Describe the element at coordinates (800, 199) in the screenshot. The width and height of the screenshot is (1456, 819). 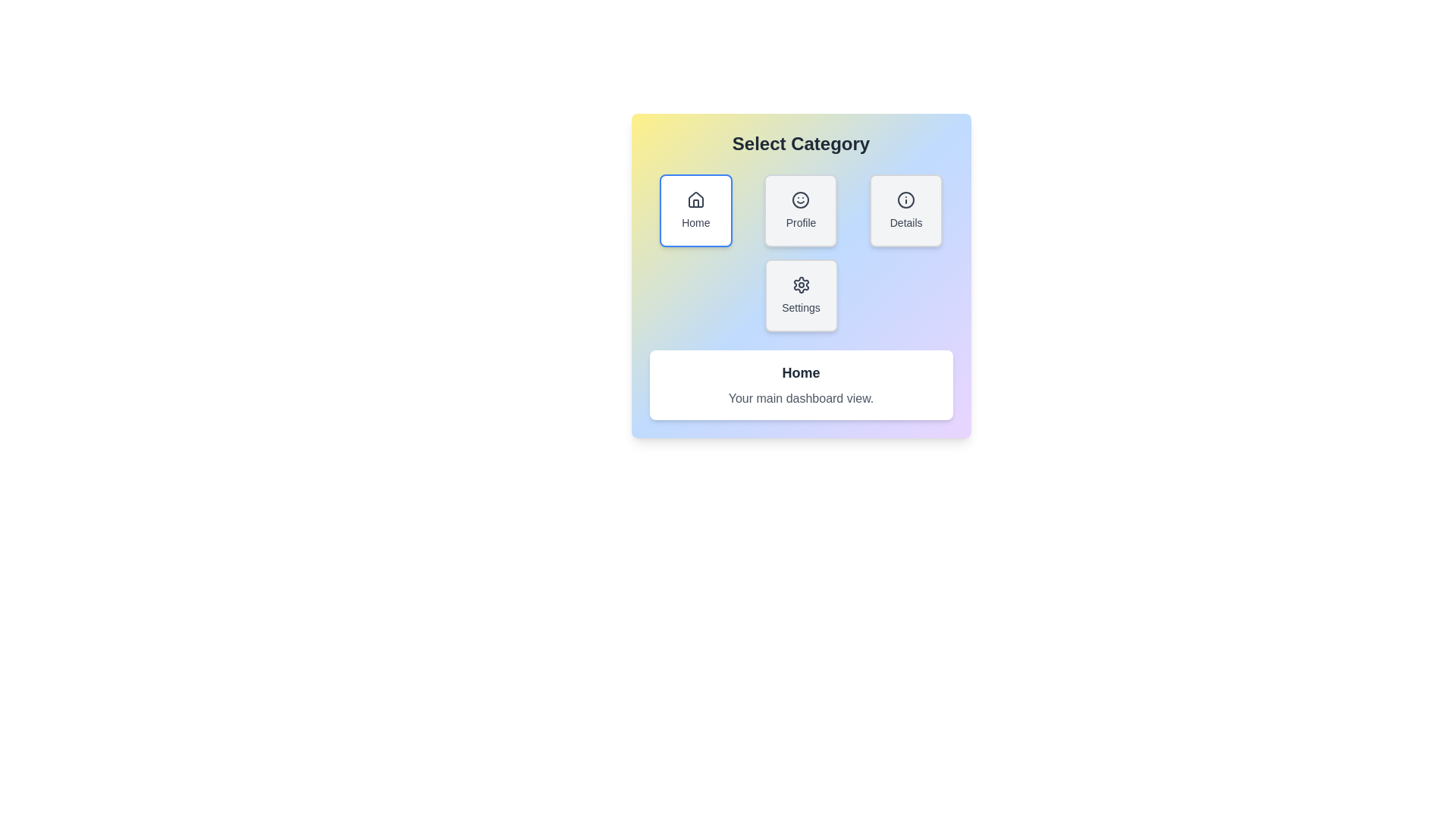
I see `the 'Profile' button icon, which is the second button from the left in the top row of a 2x2 grid, serving as a visual indication for user profile features` at that location.